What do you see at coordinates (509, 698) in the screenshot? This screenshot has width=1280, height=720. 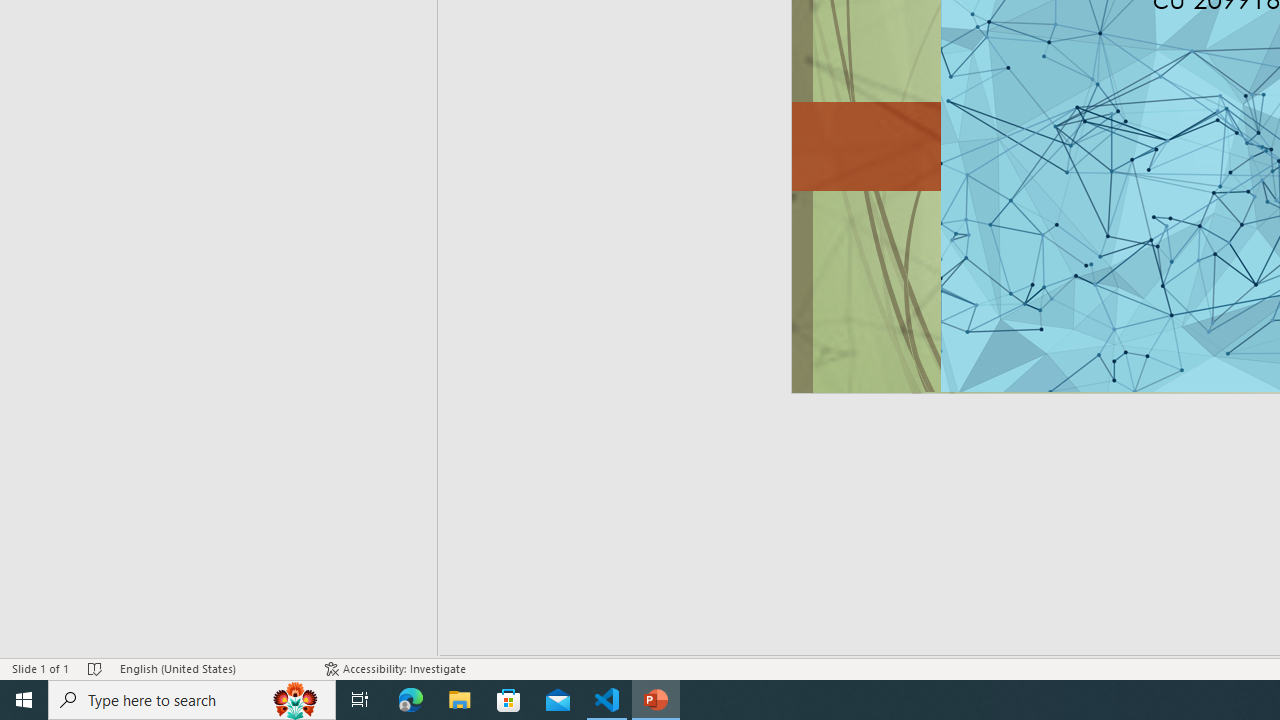 I see `'Microsoft Store'` at bounding box center [509, 698].